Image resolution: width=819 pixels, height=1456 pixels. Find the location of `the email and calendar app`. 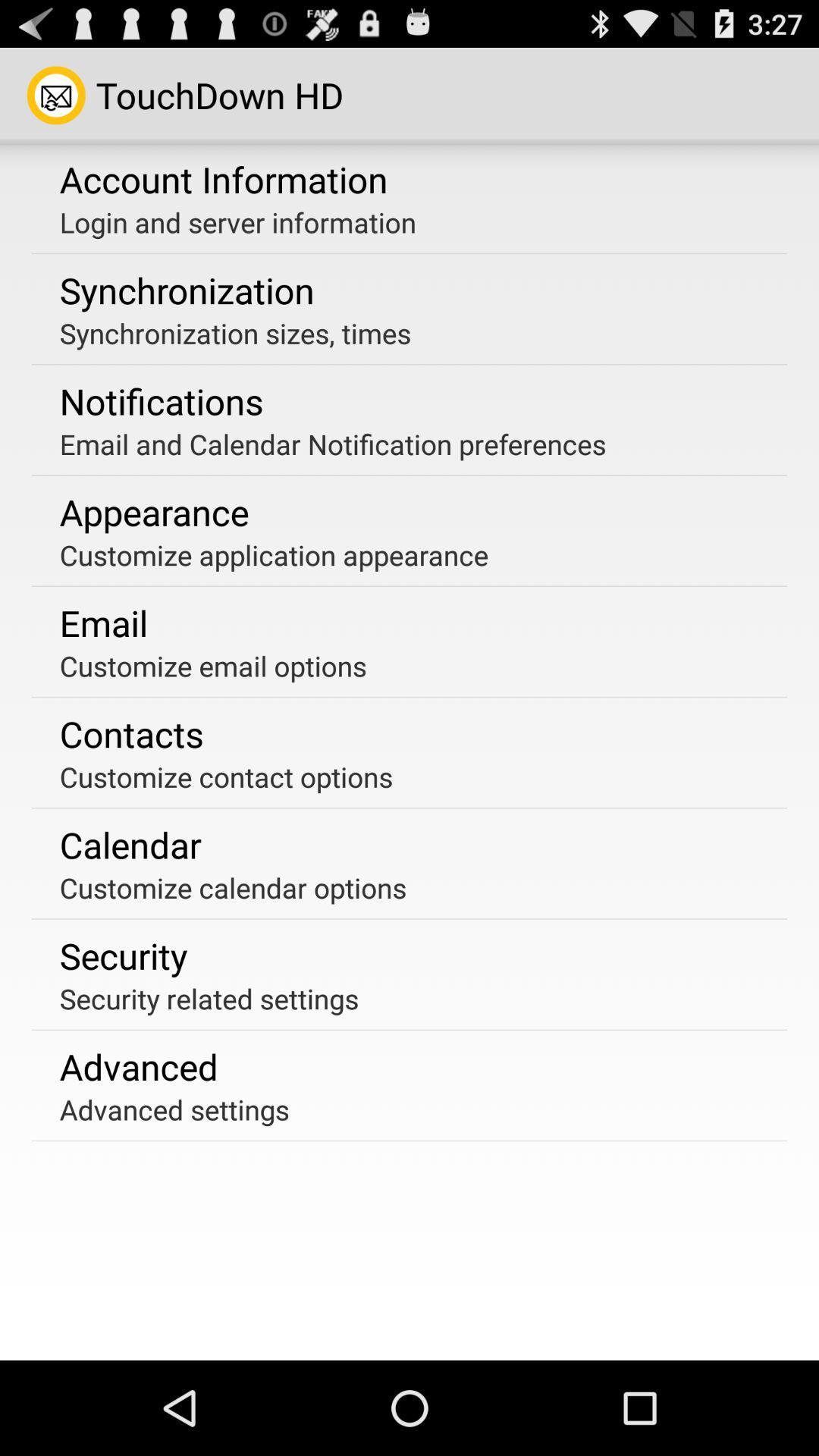

the email and calendar app is located at coordinates (332, 443).